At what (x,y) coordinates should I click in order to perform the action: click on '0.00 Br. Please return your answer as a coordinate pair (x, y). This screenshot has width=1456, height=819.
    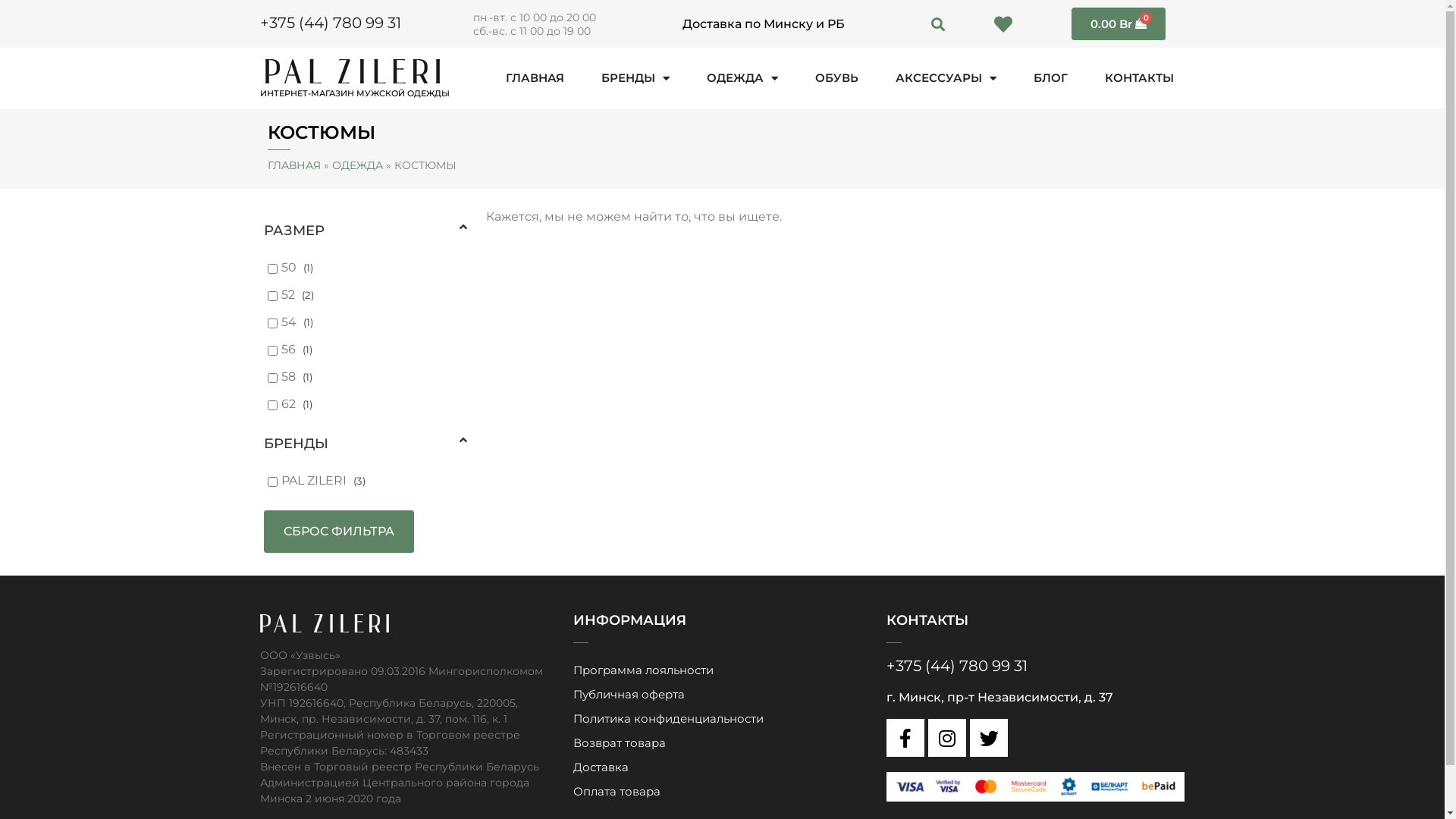
    Looking at the image, I should click on (1119, 24).